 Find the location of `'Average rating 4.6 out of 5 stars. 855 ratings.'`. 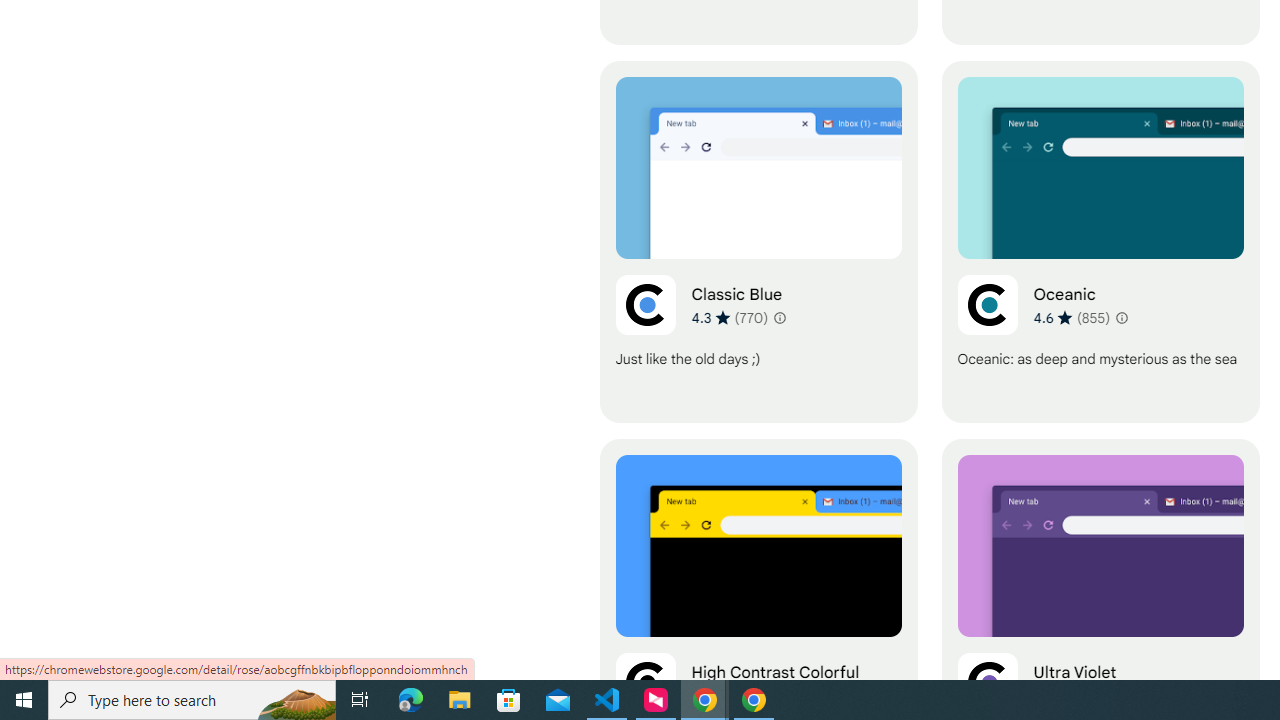

'Average rating 4.6 out of 5 stars. 855 ratings.' is located at coordinates (1071, 316).